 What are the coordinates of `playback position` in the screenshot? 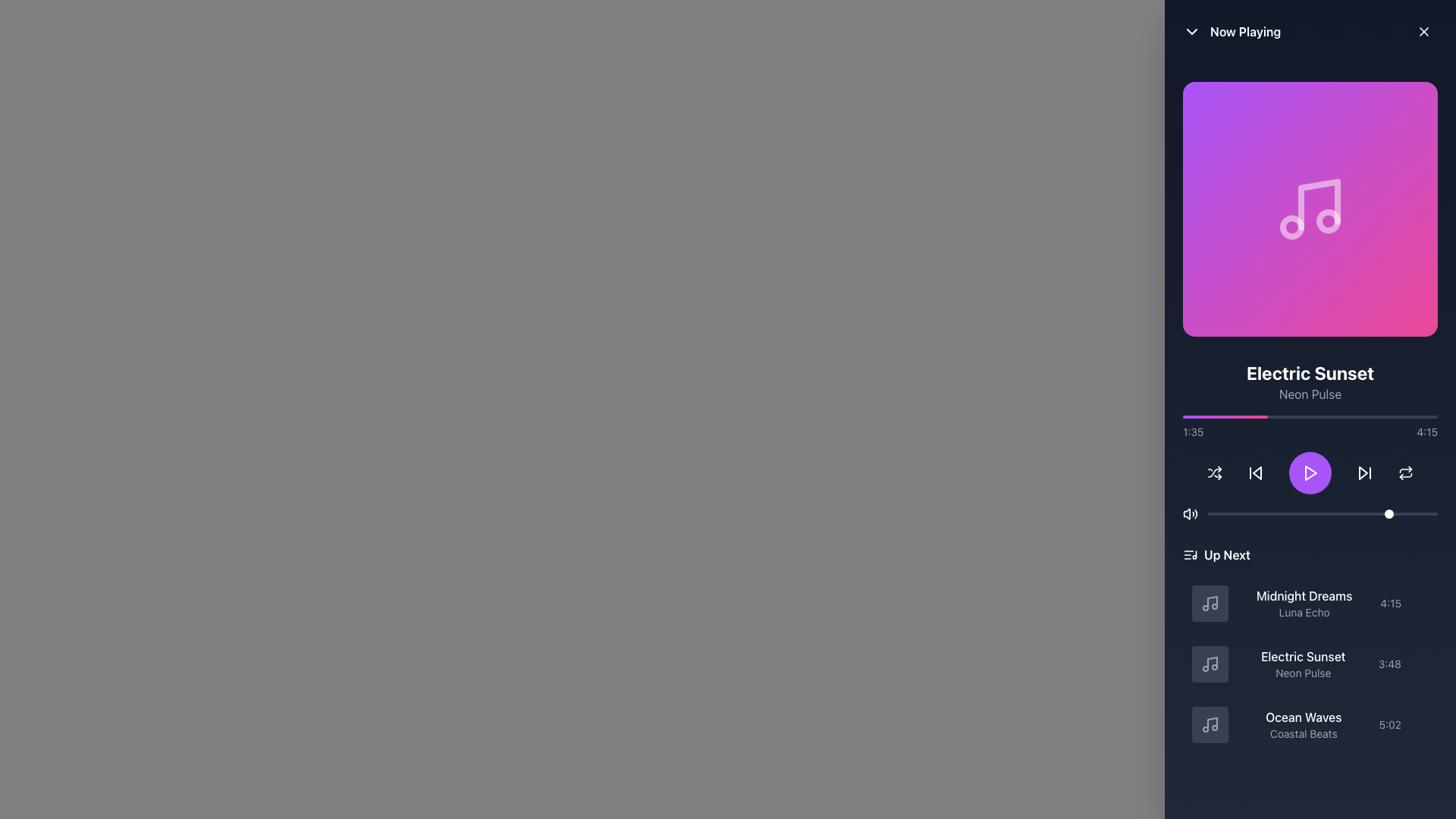 It's located at (1246, 417).